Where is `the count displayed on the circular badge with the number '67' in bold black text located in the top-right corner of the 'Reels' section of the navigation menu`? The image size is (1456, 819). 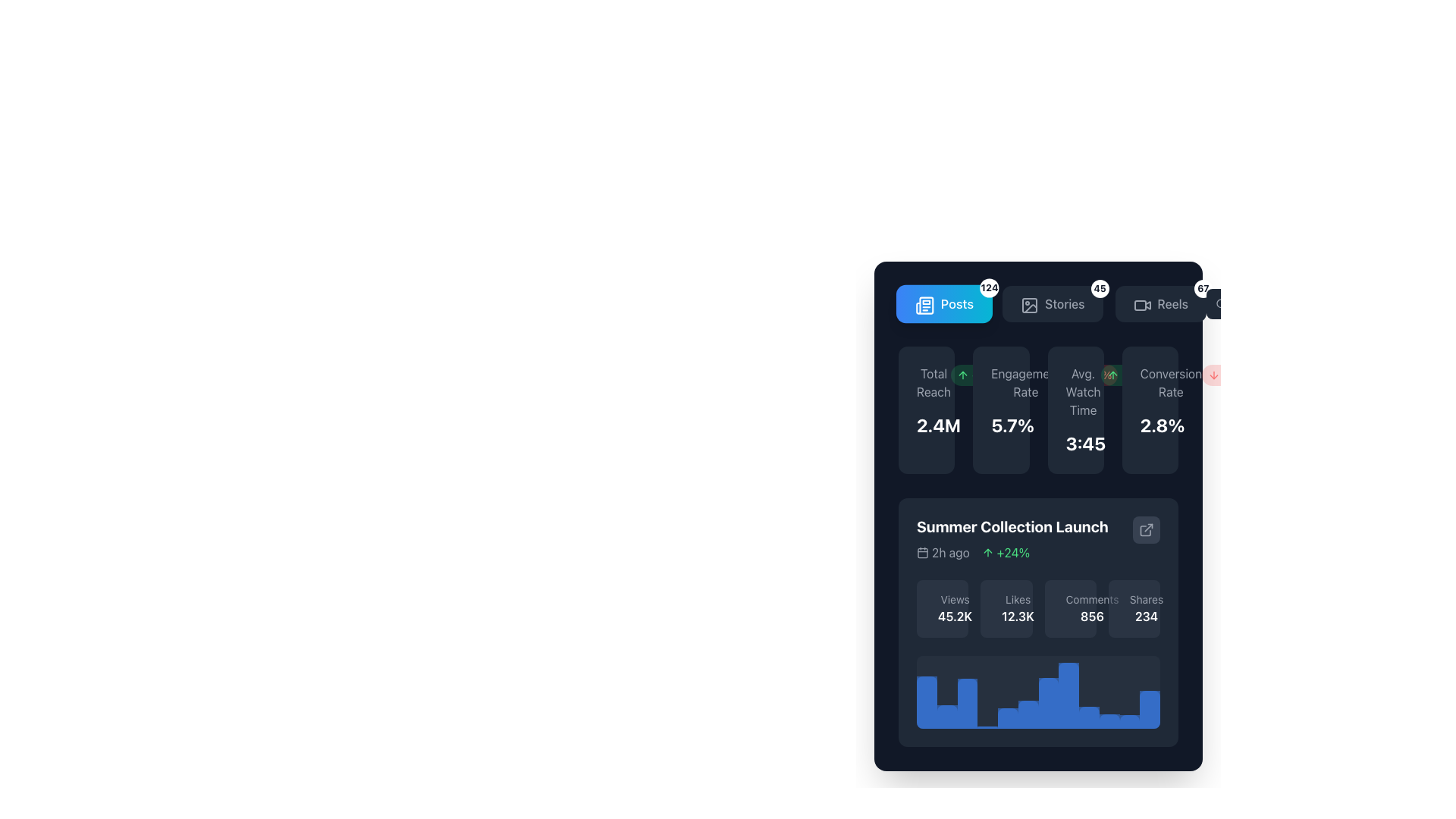 the count displayed on the circular badge with the number '67' in bold black text located in the top-right corner of the 'Reels' section of the navigation menu is located at coordinates (1202, 289).